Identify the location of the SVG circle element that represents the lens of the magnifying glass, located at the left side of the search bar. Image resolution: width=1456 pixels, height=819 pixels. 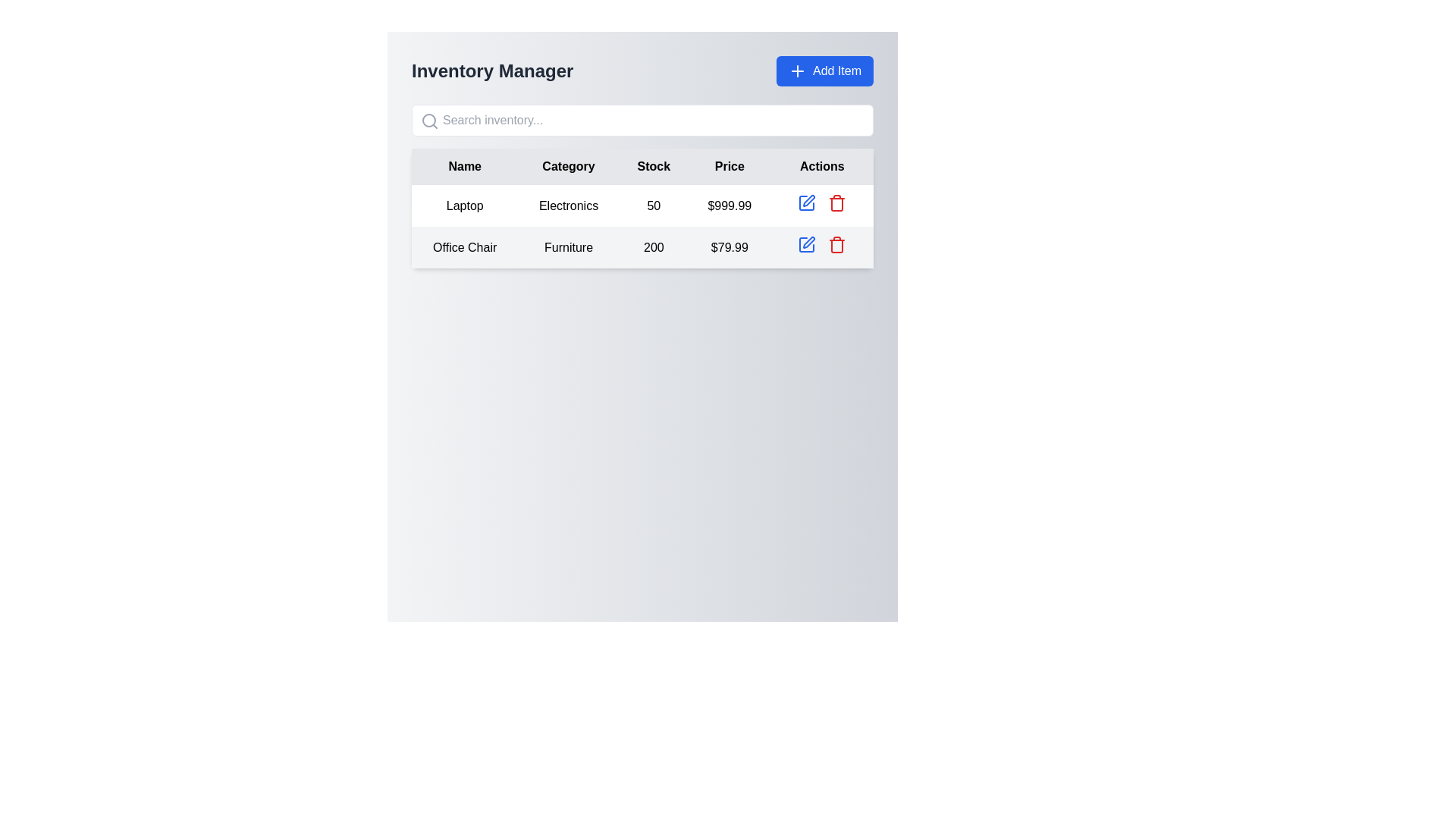
(428, 119).